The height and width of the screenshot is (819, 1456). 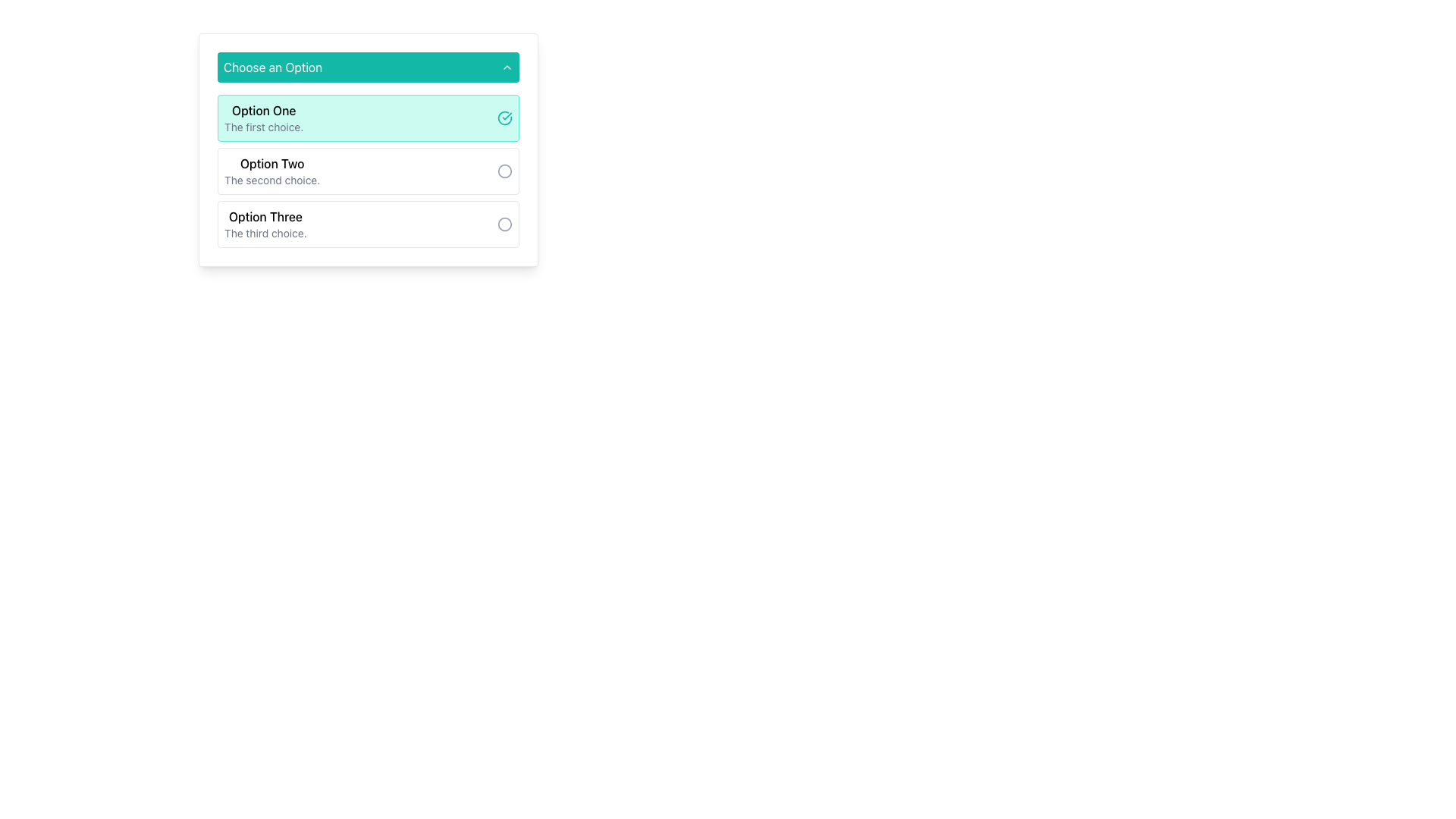 I want to click on the text label for the first selectable option in the dropdown menu located beneath the 'Choose an Option' header, so click(x=264, y=110).